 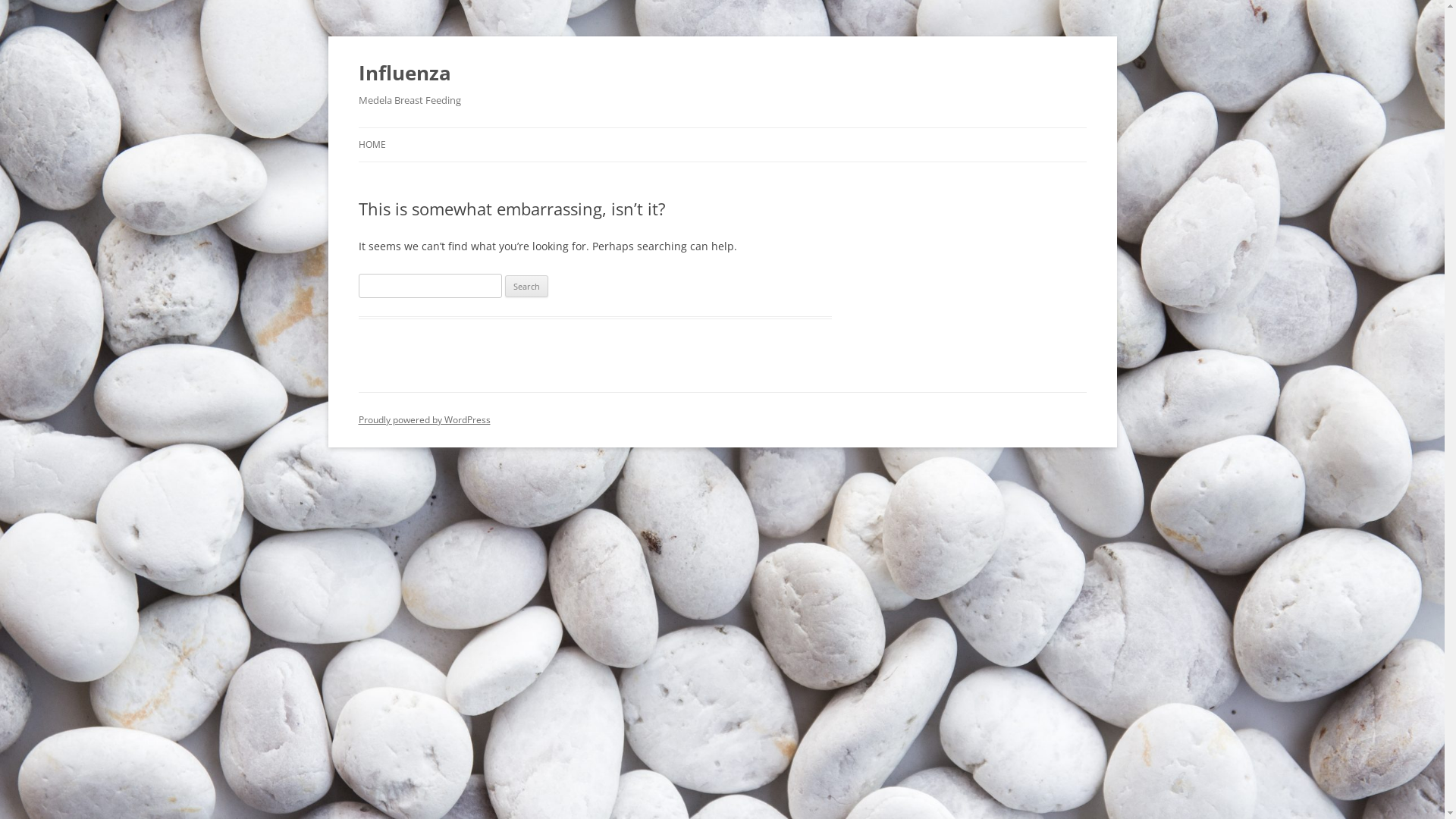 What do you see at coordinates (721, 127) in the screenshot?
I see `'Skip to content'` at bounding box center [721, 127].